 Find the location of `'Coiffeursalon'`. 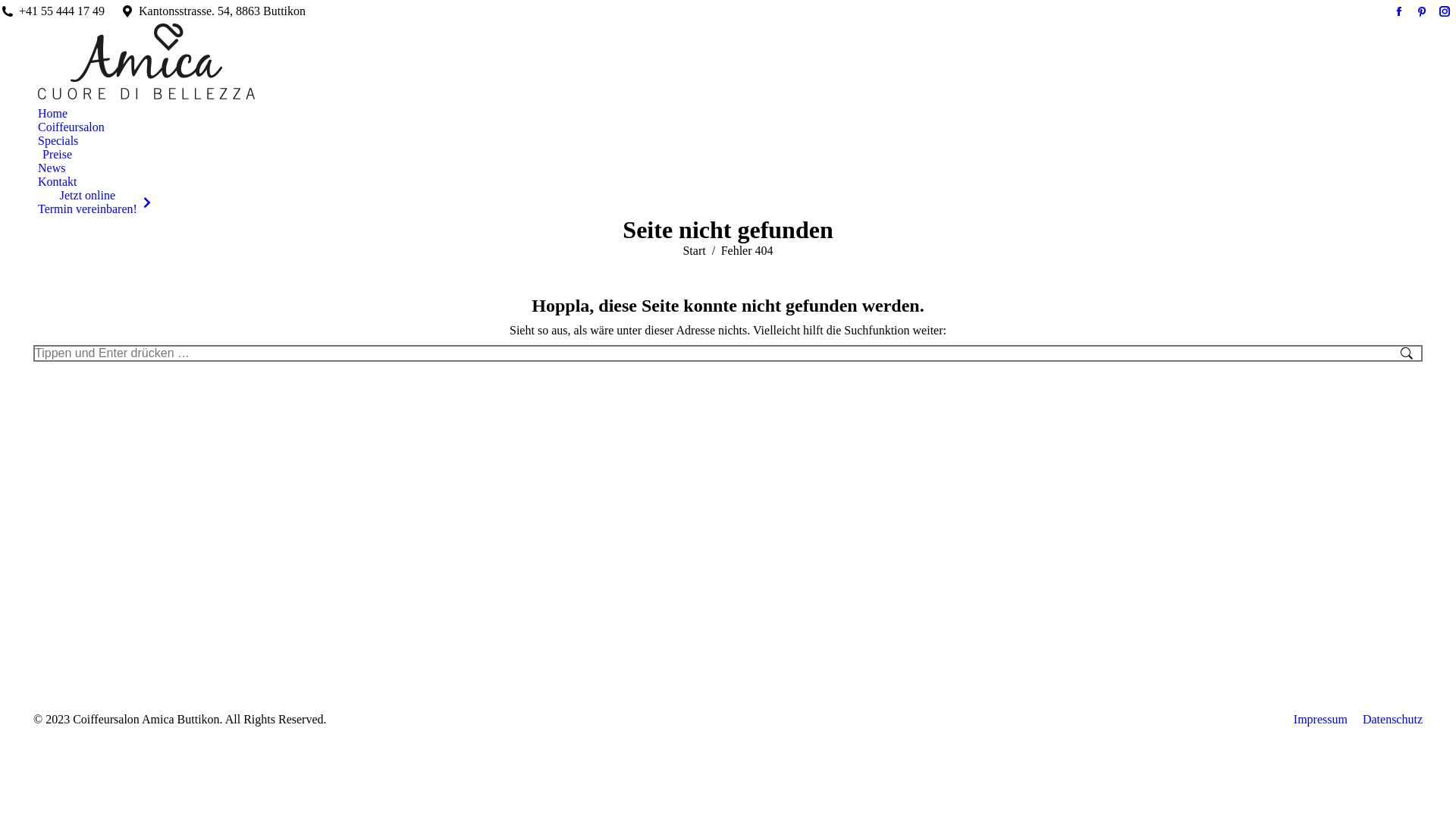

'Coiffeursalon' is located at coordinates (71, 127).